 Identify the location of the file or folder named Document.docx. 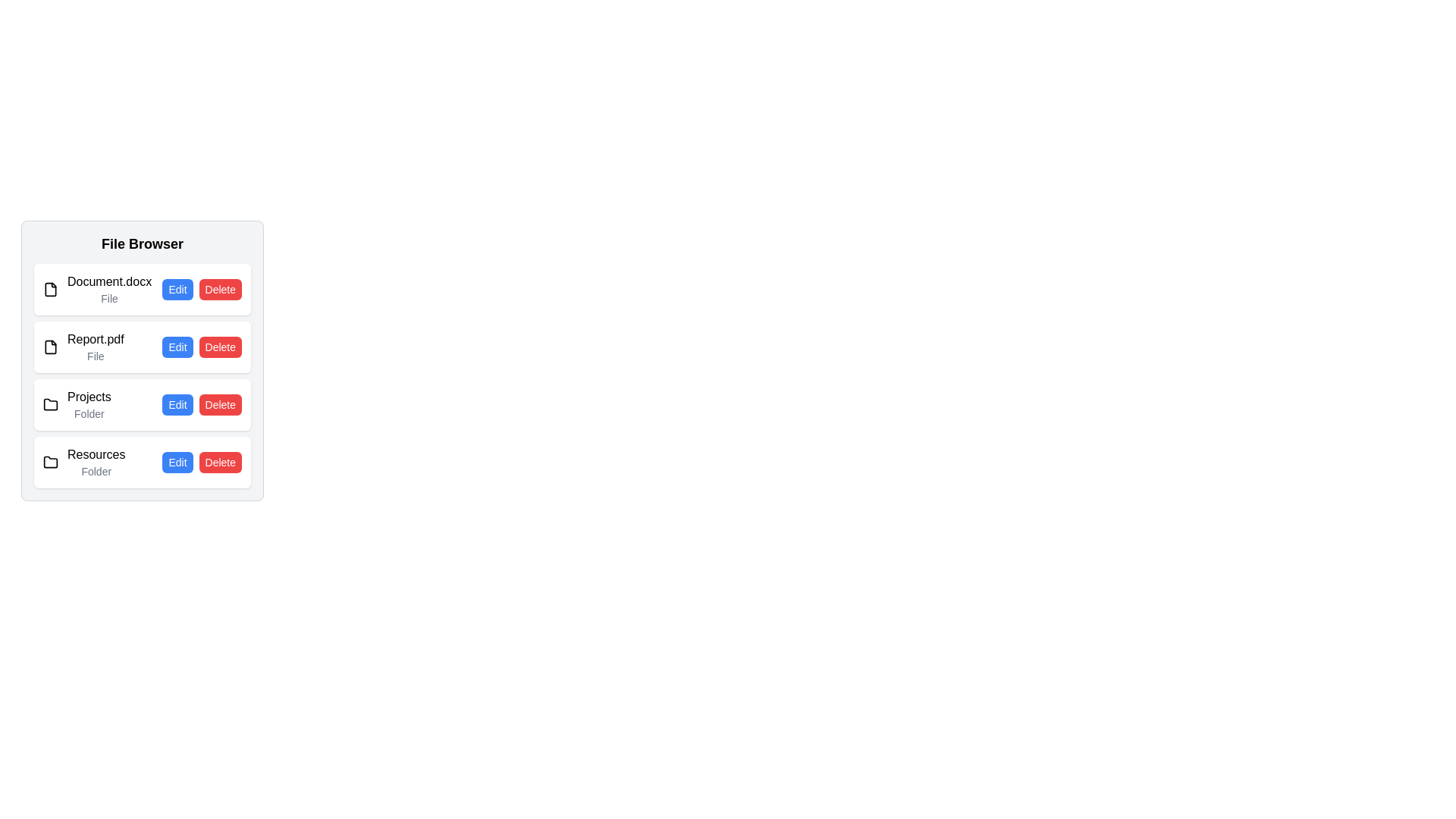
(142, 289).